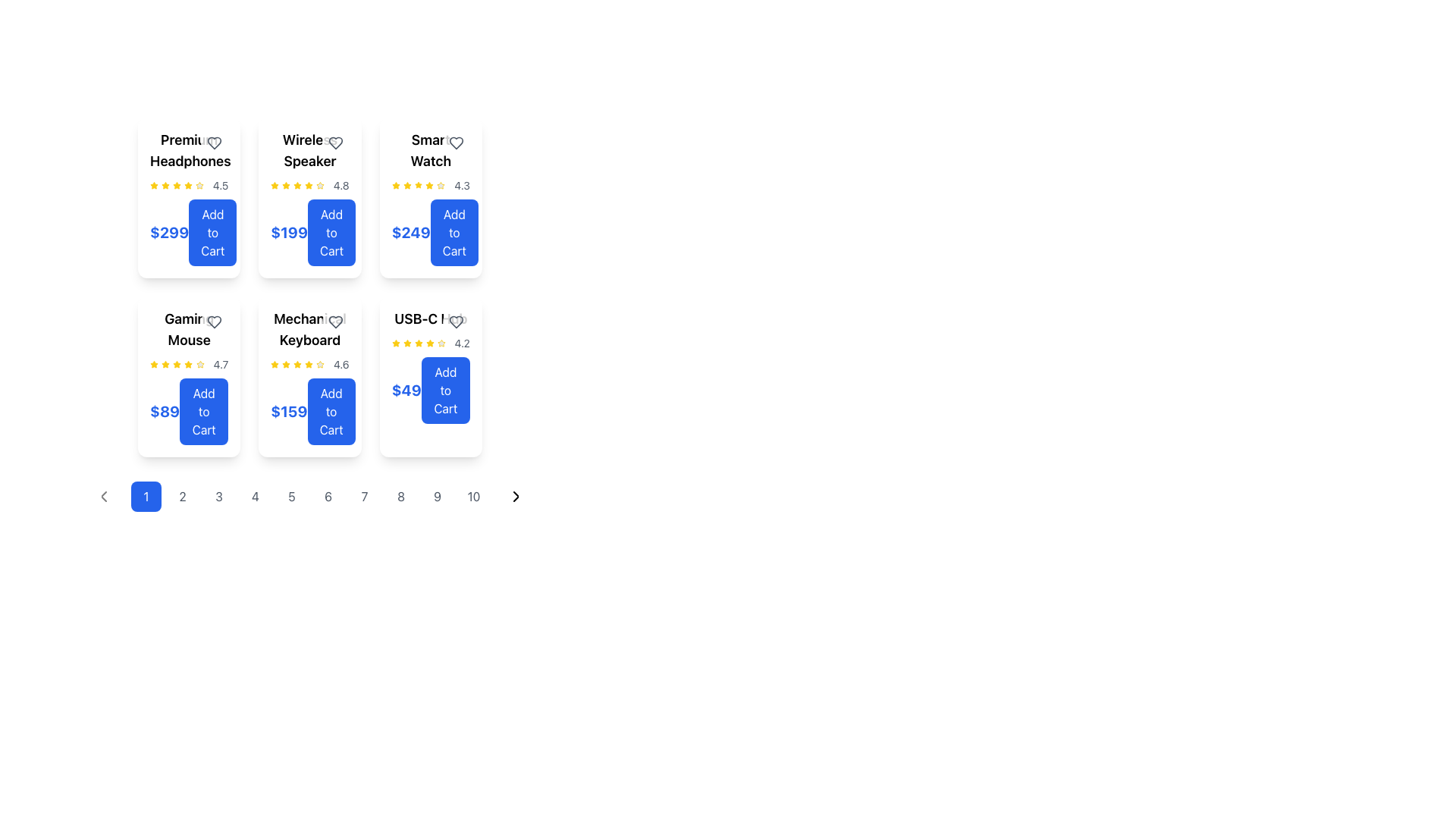  I want to click on the price indicator label located below the star rating and above the 'Add to Cart' button in the 'Mechanical Keyboard' card, which is positioned in the second row, third column of the product display grid, so click(289, 412).